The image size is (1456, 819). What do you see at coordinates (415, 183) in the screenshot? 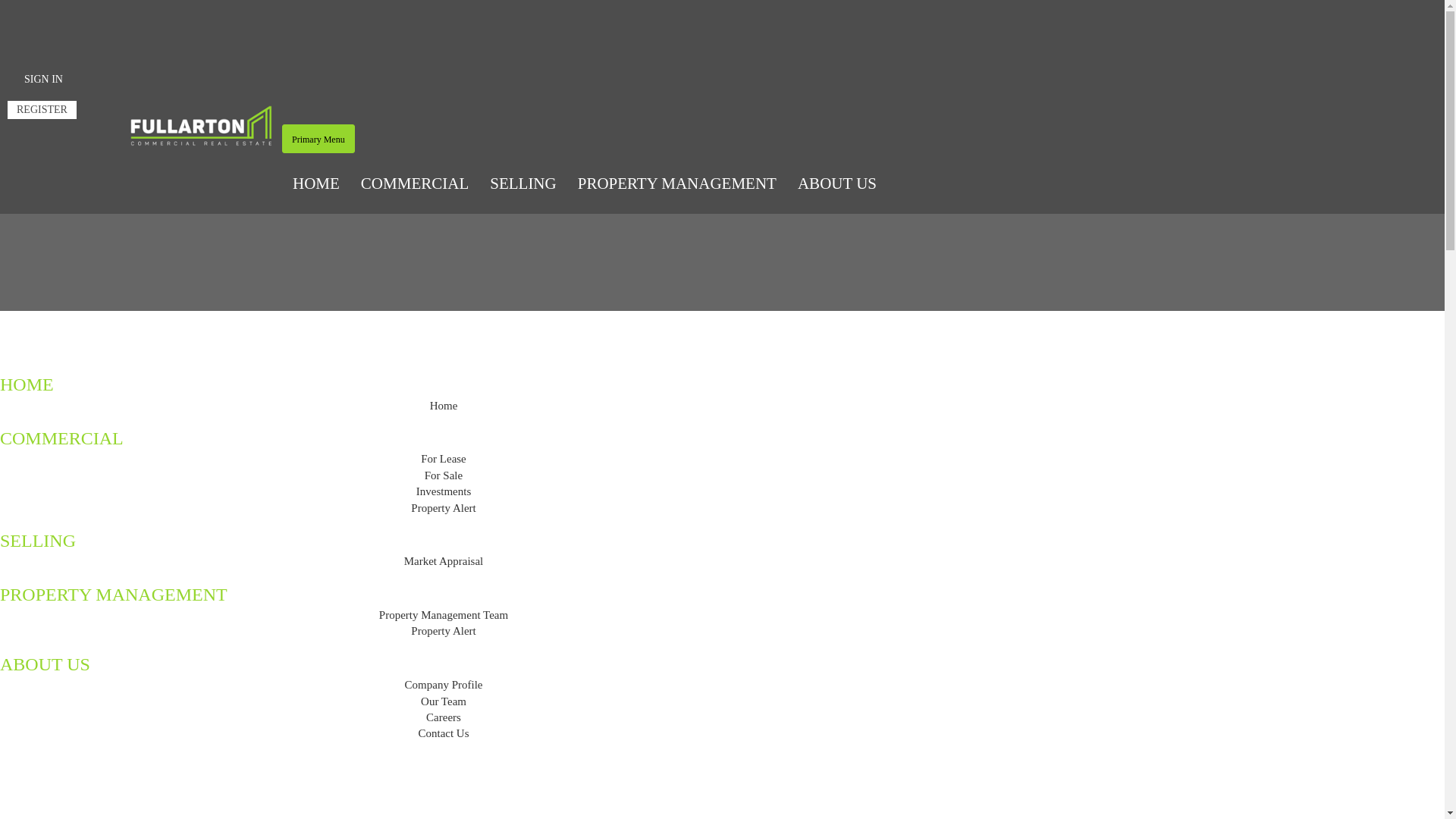
I see `'COMMERCIAL'` at bounding box center [415, 183].